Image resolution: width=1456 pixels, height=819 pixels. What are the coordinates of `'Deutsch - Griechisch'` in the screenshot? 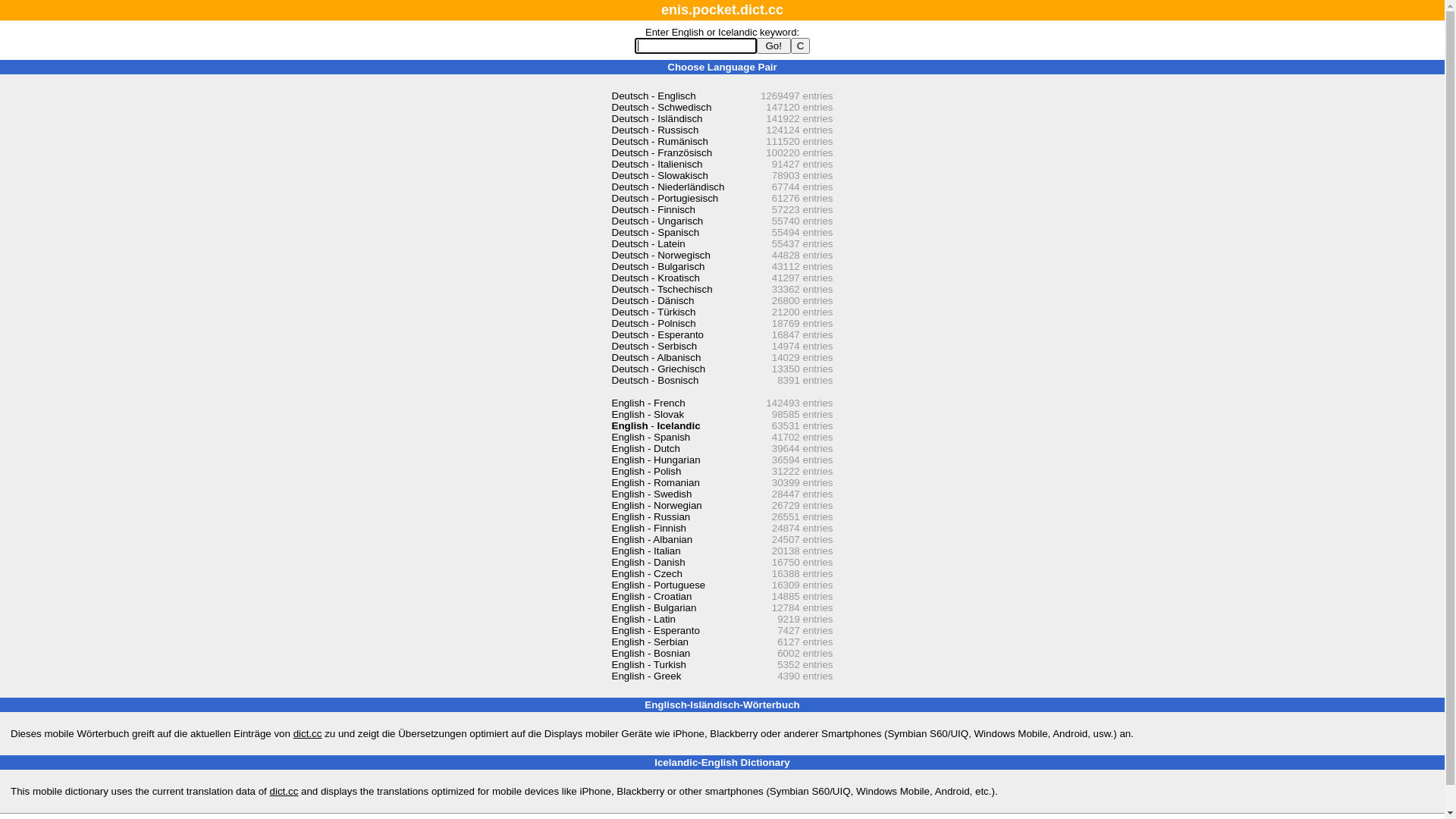 It's located at (611, 369).